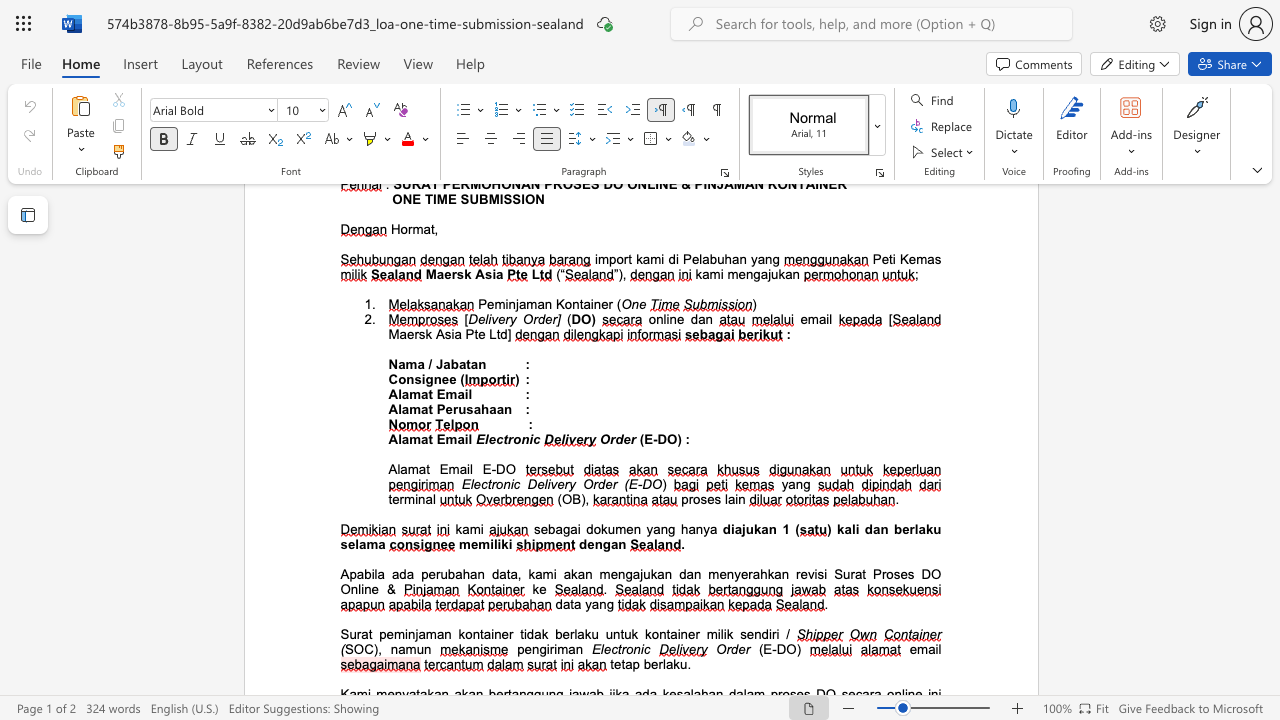 The image size is (1280, 720). What do you see at coordinates (597, 484) in the screenshot?
I see `the space between the continuous character "r" and "d" in the text` at bounding box center [597, 484].